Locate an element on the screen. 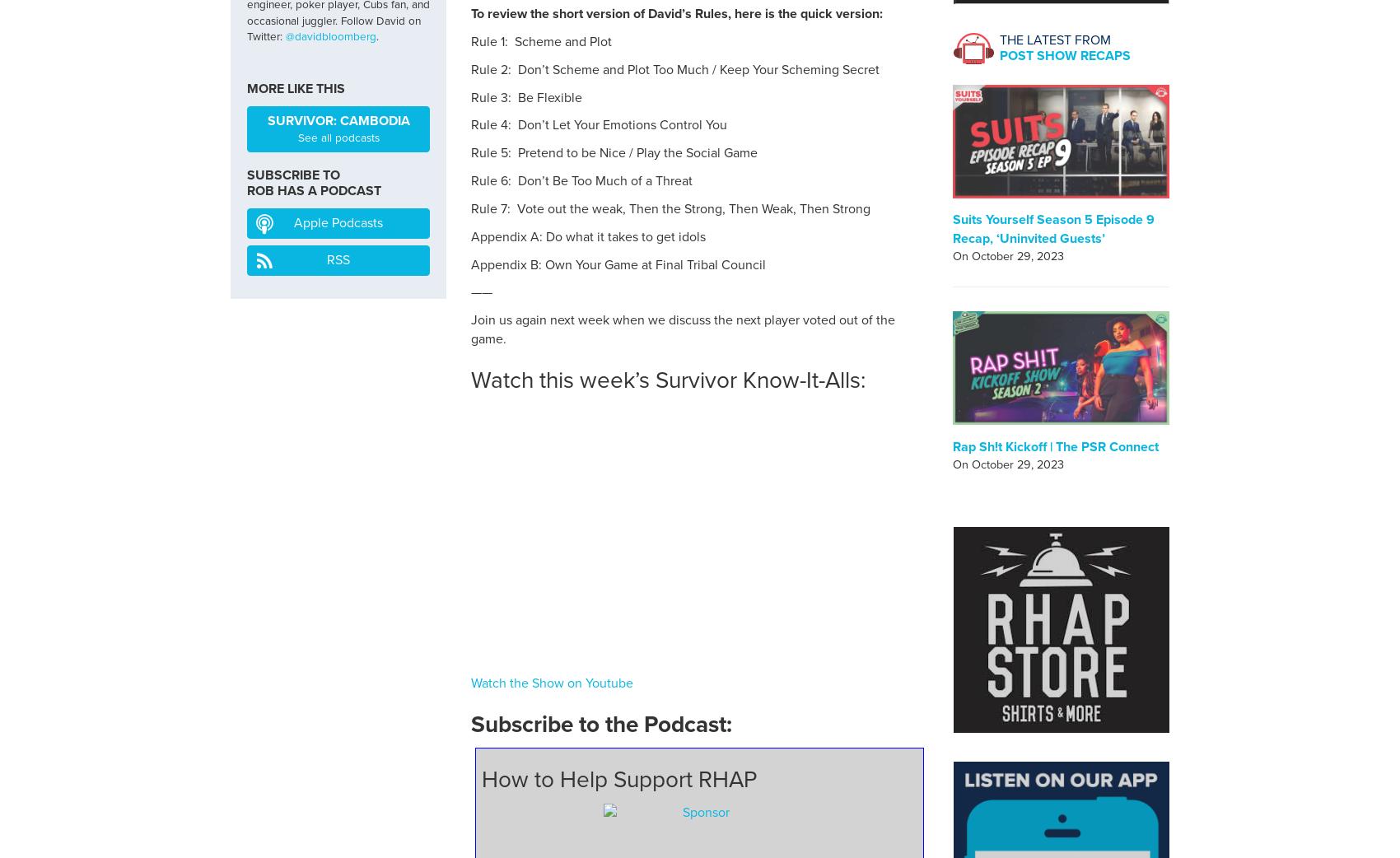  'Rule 1:  Scheme and Plot' is located at coordinates (541, 40).